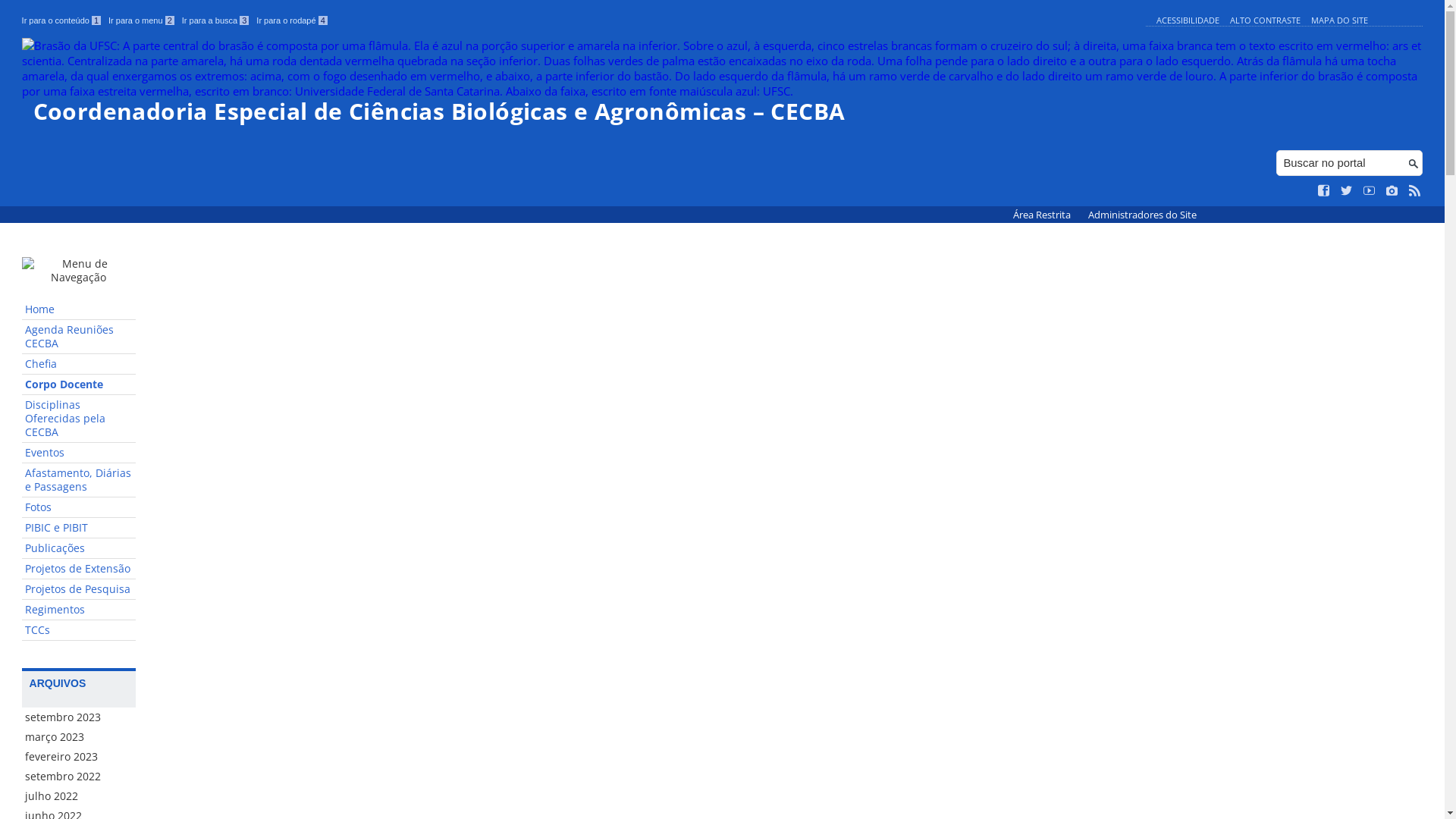  I want to click on 'Chefia', so click(78, 364).